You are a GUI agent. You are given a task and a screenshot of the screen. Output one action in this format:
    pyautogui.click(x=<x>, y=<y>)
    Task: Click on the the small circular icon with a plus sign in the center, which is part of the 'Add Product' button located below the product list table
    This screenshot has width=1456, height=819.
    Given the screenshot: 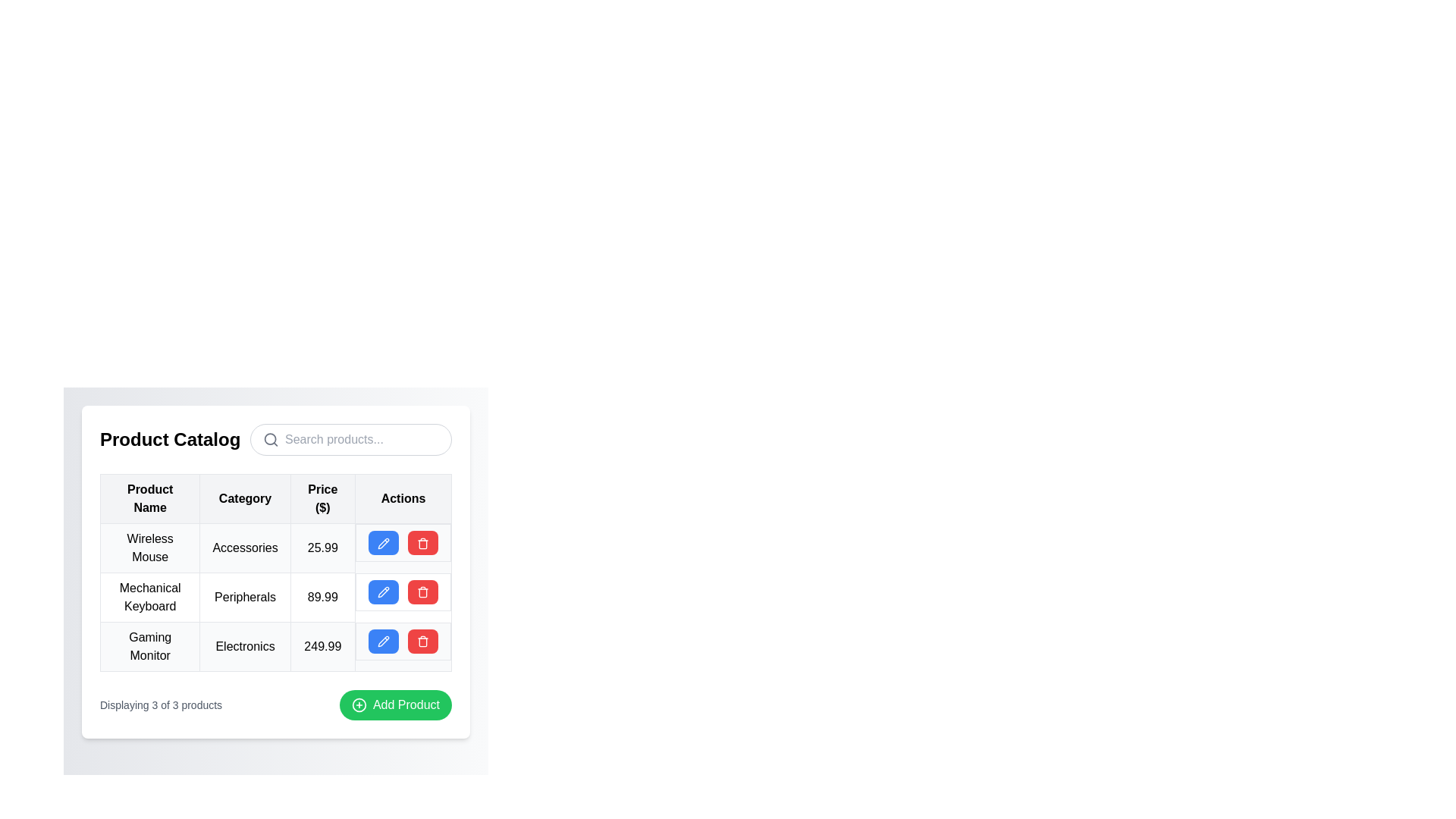 What is the action you would take?
    pyautogui.click(x=358, y=704)
    